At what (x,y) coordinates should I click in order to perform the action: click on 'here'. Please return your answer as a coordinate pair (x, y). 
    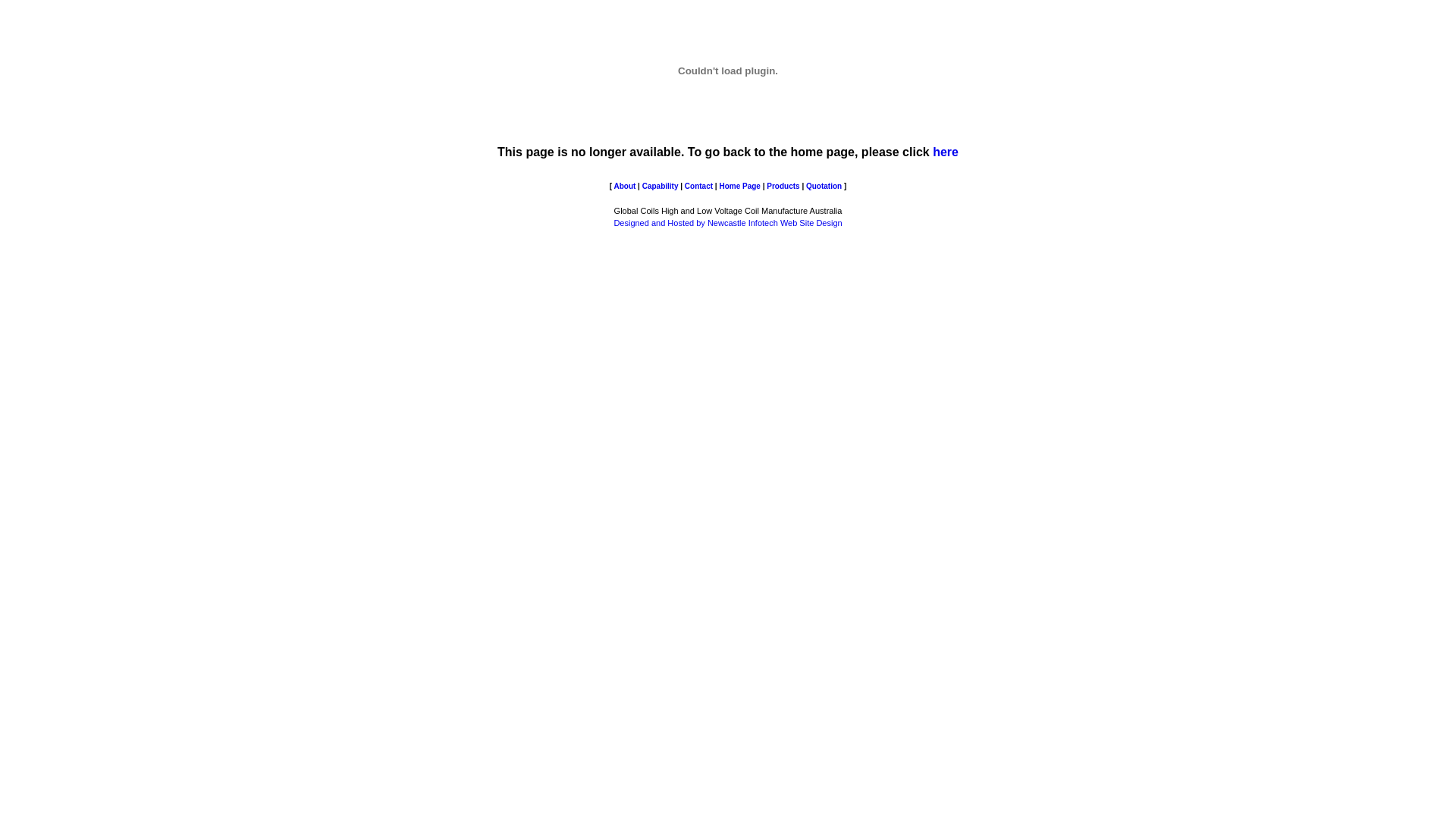
    Looking at the image, I should click on (945, 152).